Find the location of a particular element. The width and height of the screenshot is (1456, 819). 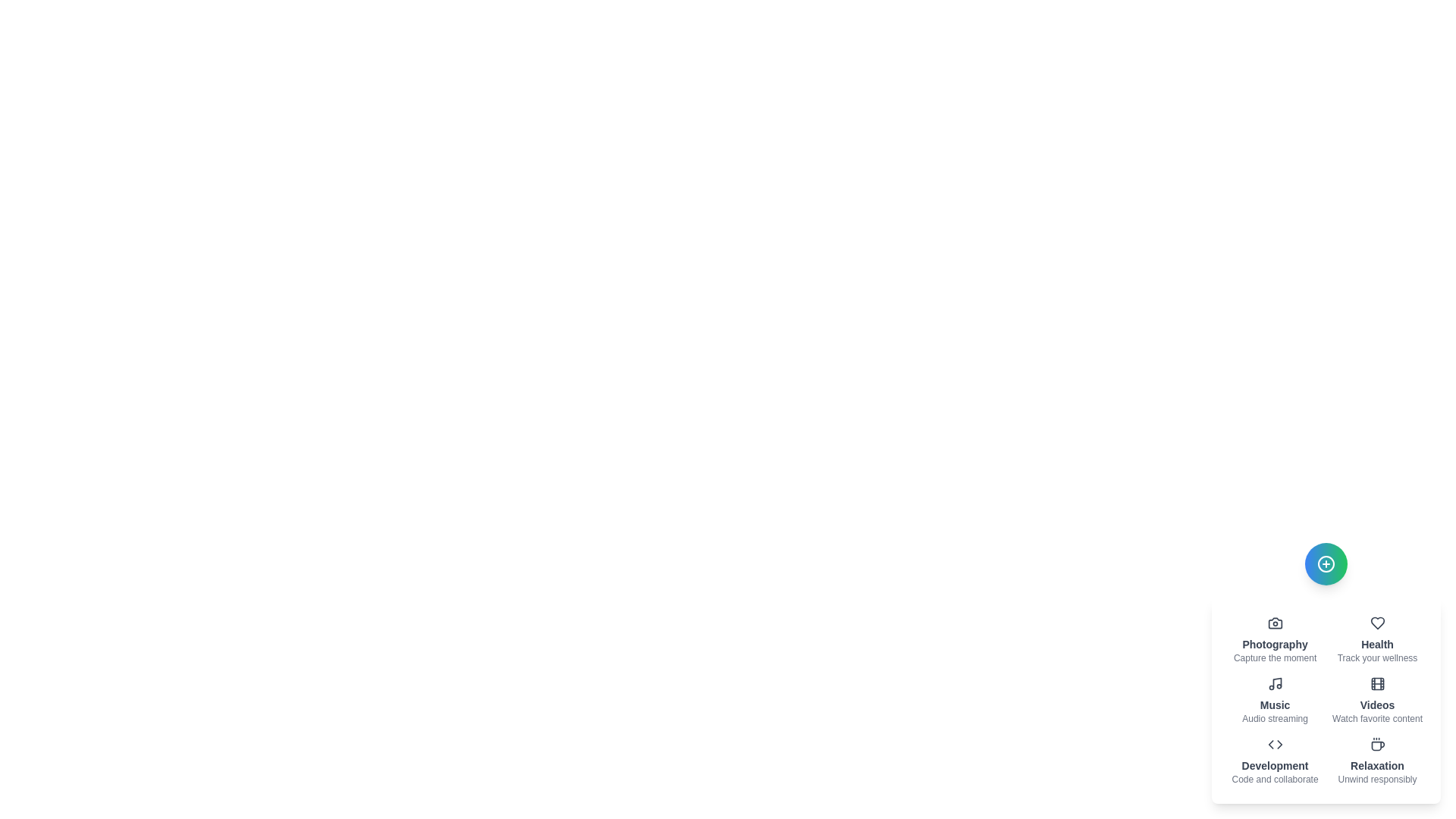

the item labeled 'Development' to observe its hover effect is located at coordinates (1274, 761).